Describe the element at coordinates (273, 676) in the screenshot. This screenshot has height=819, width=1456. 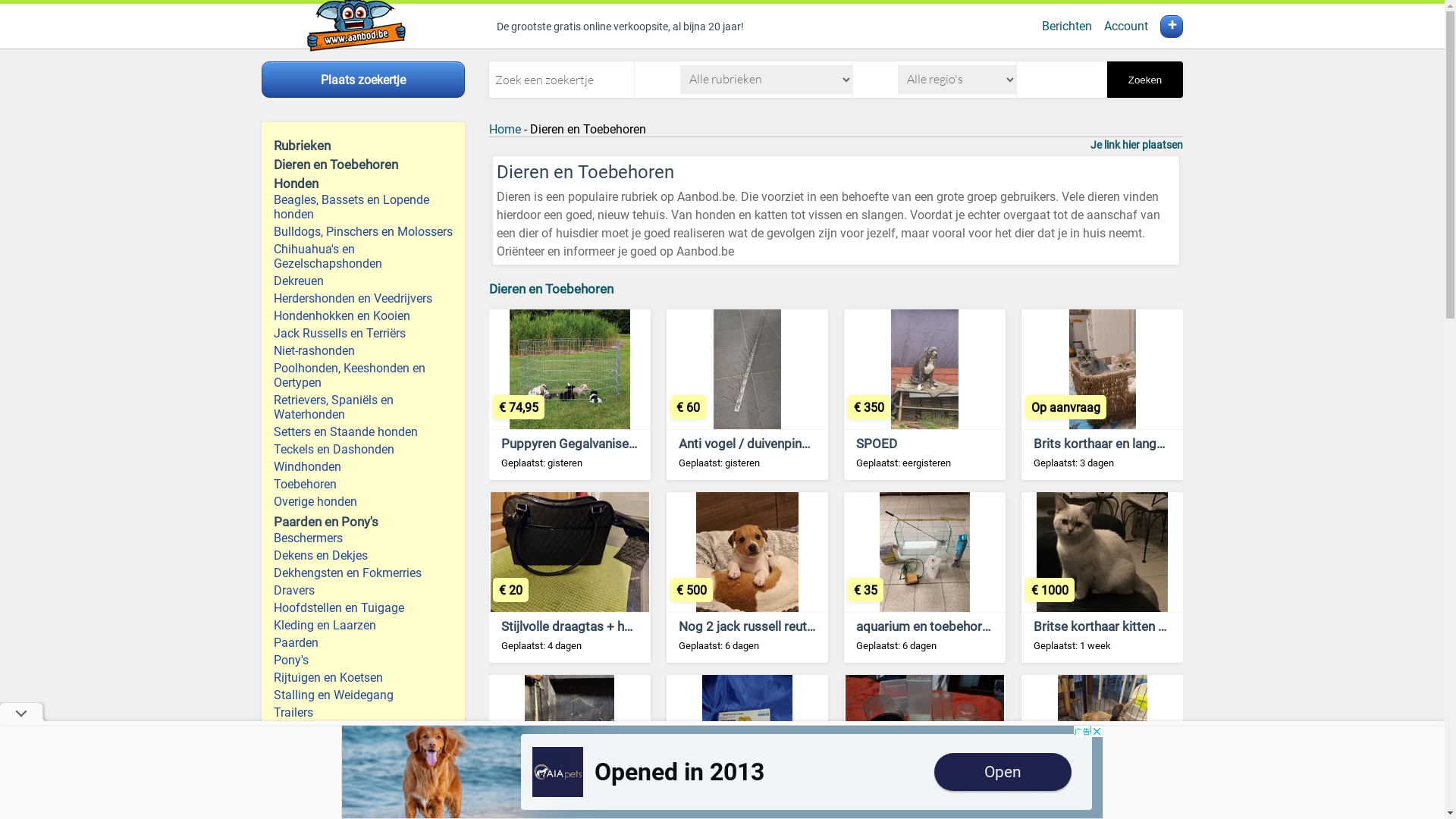
I see `'Rijtuigen en Koetsen'` at that location.